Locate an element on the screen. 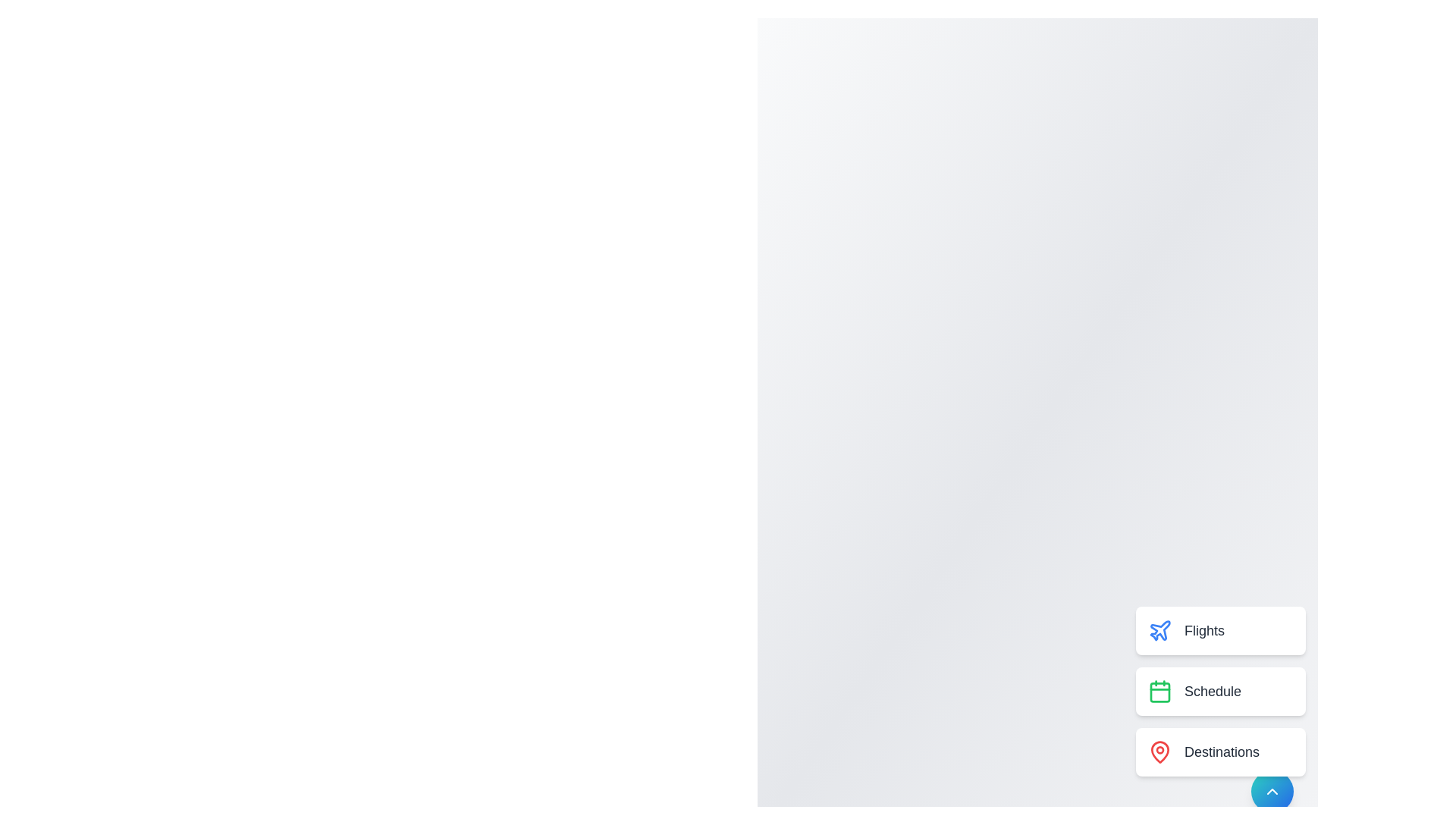 The image size is (1456, 819). the 'Destinations' button in the menu is located at coordinates (1220, 752).